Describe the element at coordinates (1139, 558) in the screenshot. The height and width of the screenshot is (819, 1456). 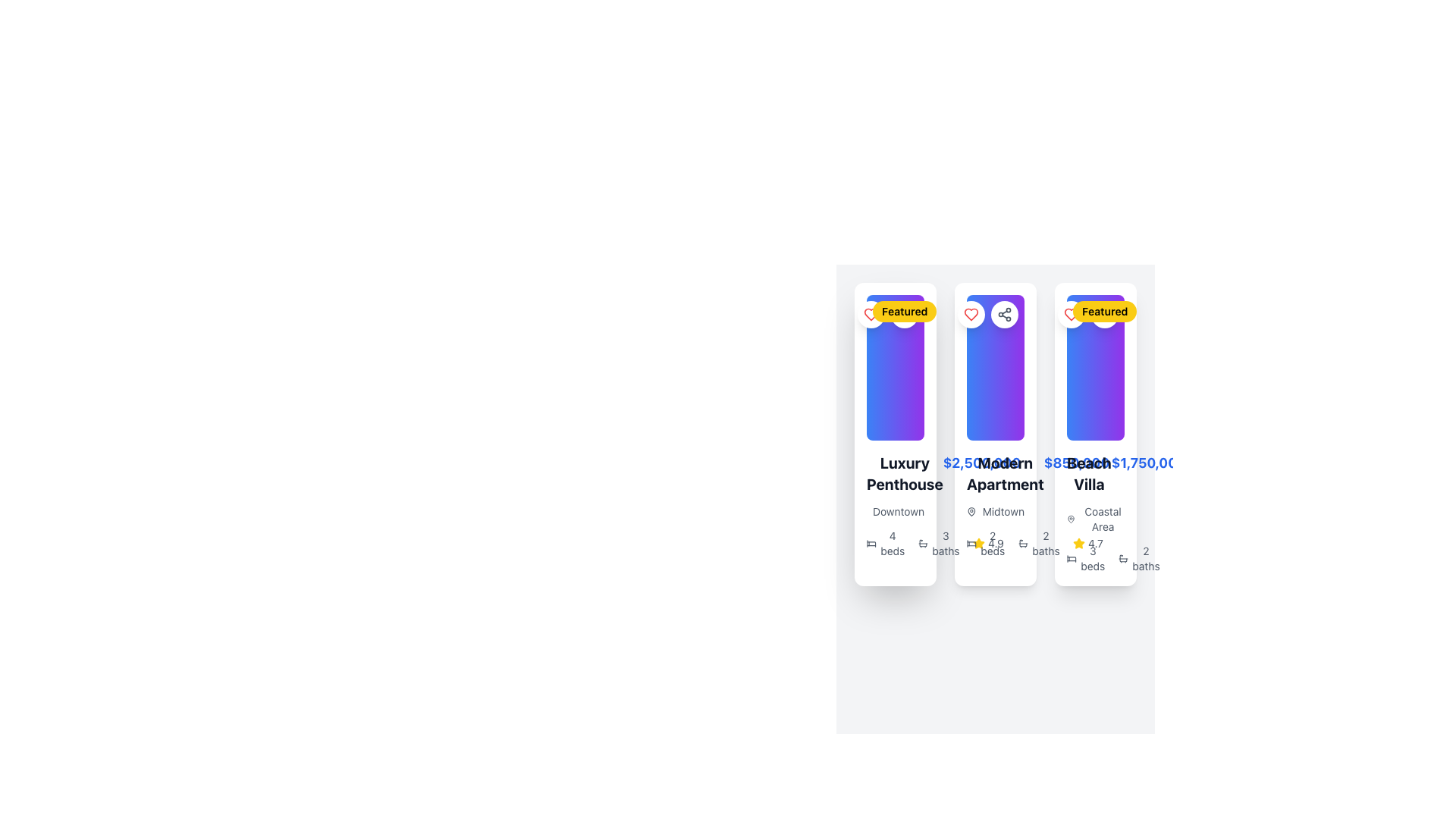
I see `the information displayed in the composite UI element that shows the number of bathrooms available, labeled '2 baths', located in the third property card` at that location.